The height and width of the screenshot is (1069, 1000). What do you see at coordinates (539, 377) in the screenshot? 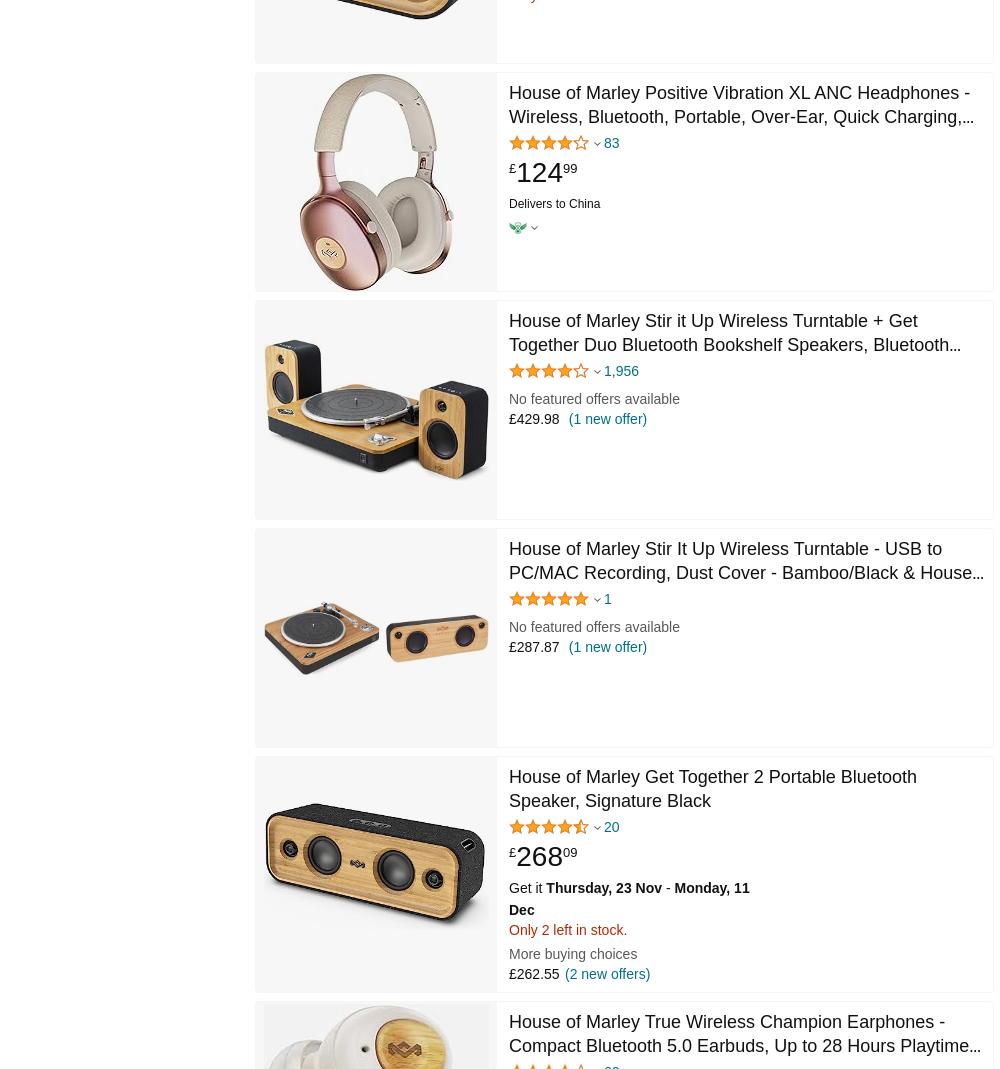
I see `'4.2 out of 5 stars'` at bounding box center [539, 377].